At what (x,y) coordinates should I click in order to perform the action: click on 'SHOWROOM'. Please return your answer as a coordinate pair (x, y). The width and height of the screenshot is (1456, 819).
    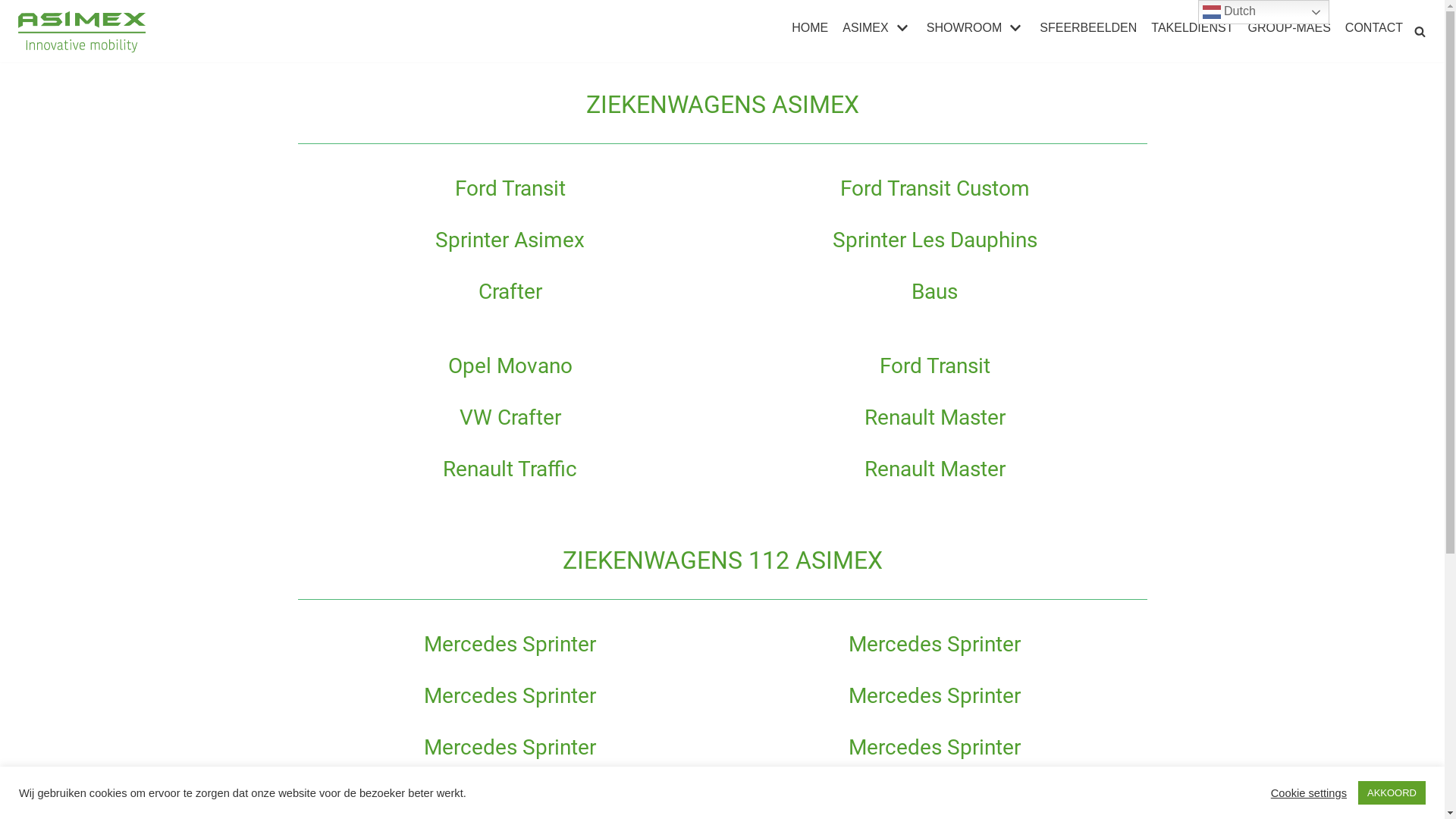
    Looking at the image, I should click on (976, 28).